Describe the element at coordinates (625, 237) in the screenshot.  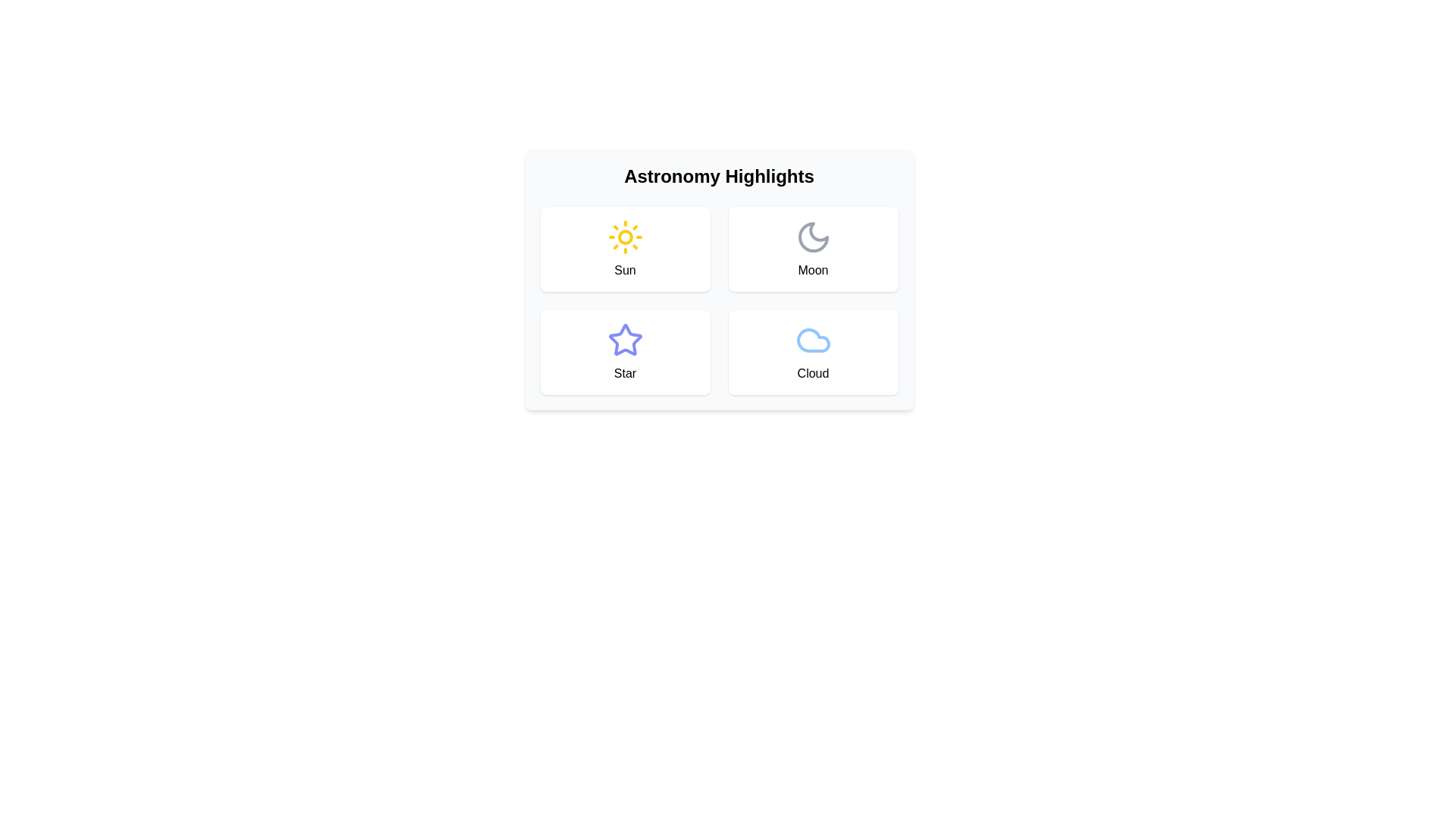
I see `the 'Sun' card icon, which visually represents the sun and is located in the top-left section of the card grid` at that location.